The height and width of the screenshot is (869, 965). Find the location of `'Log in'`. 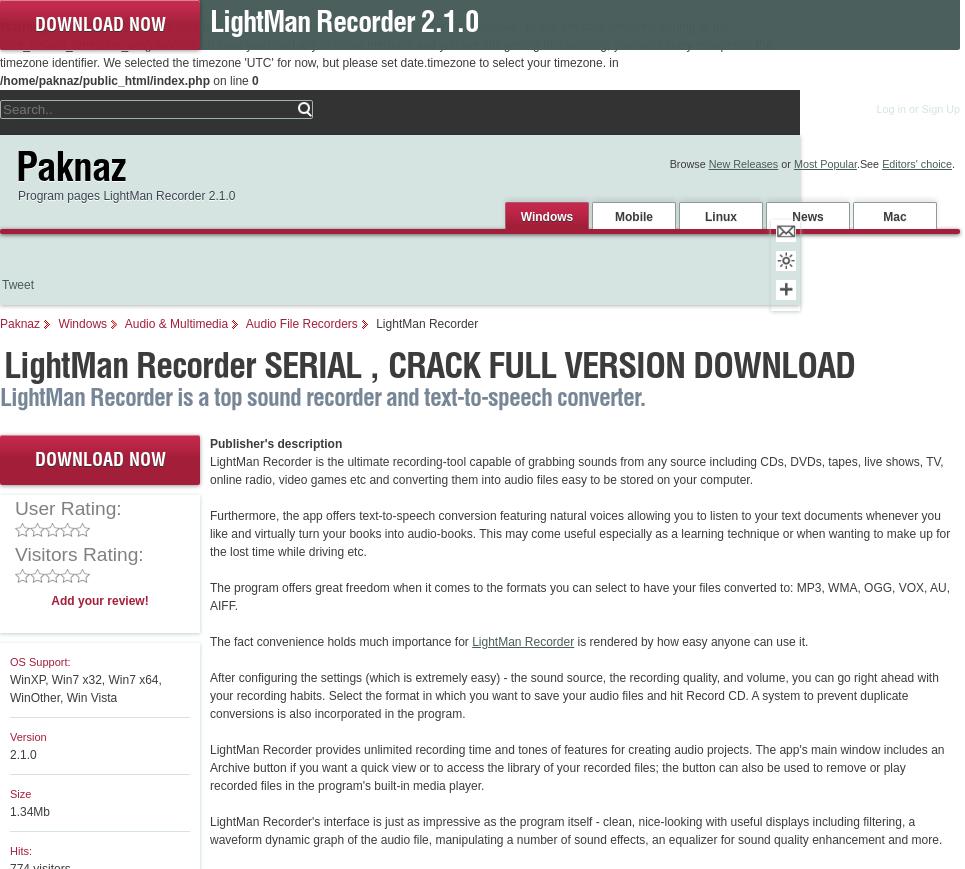

'Log in' is located at coordinates (890, 107).